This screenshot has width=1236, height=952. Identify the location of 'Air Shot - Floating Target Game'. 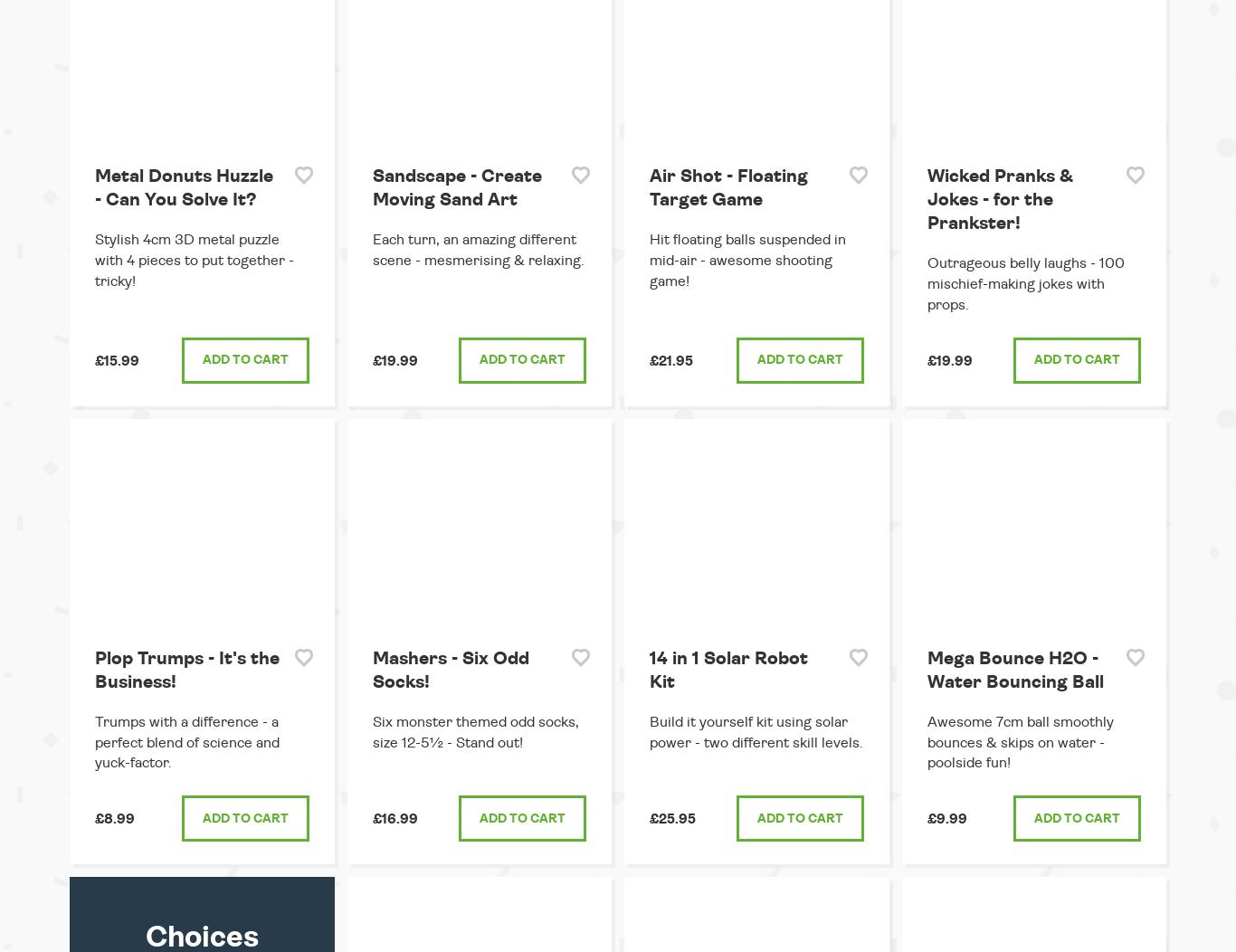
(649, 187).